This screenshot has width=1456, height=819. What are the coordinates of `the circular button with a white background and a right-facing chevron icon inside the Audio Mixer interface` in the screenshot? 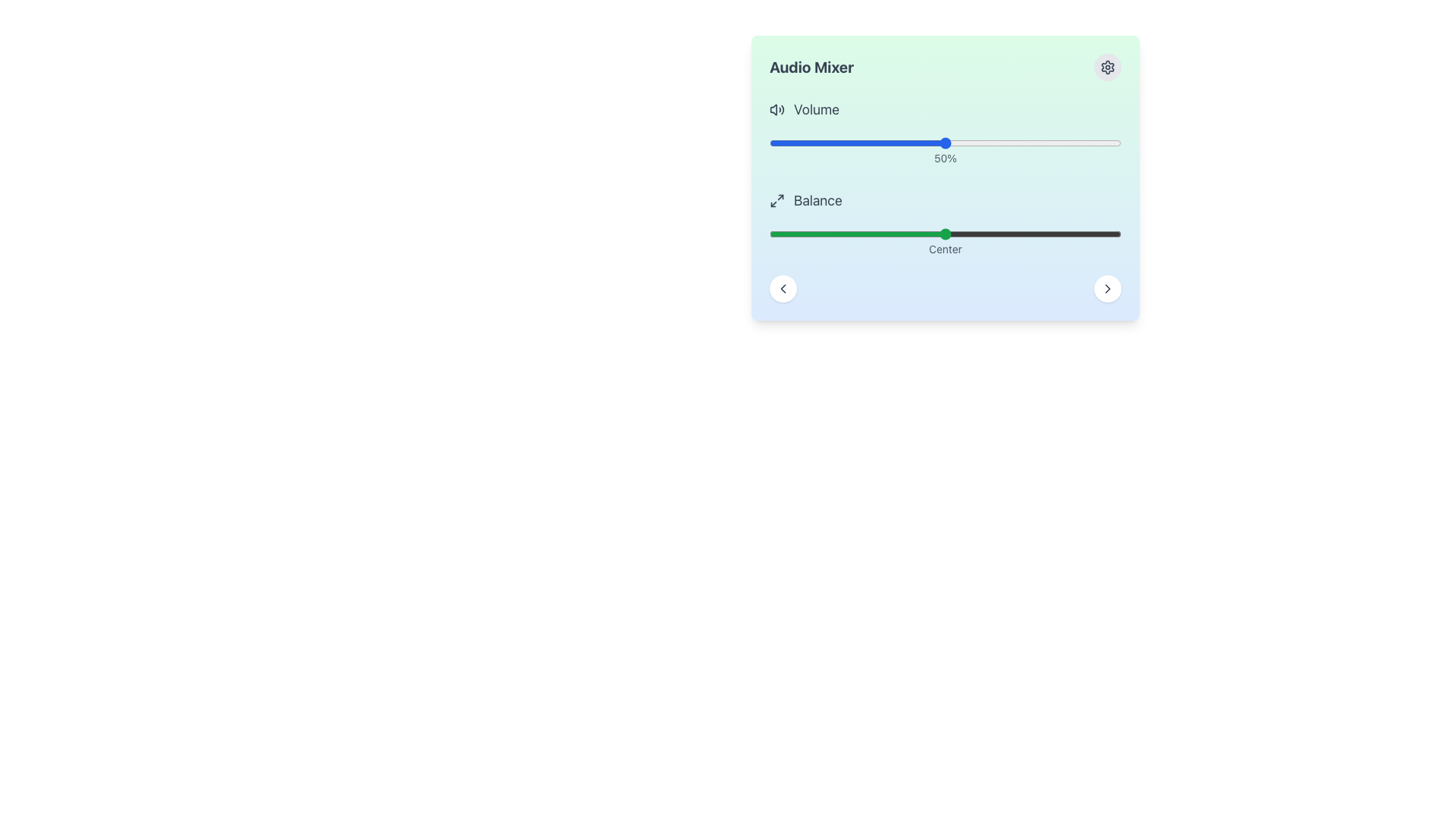 It's located at (1107, 289).